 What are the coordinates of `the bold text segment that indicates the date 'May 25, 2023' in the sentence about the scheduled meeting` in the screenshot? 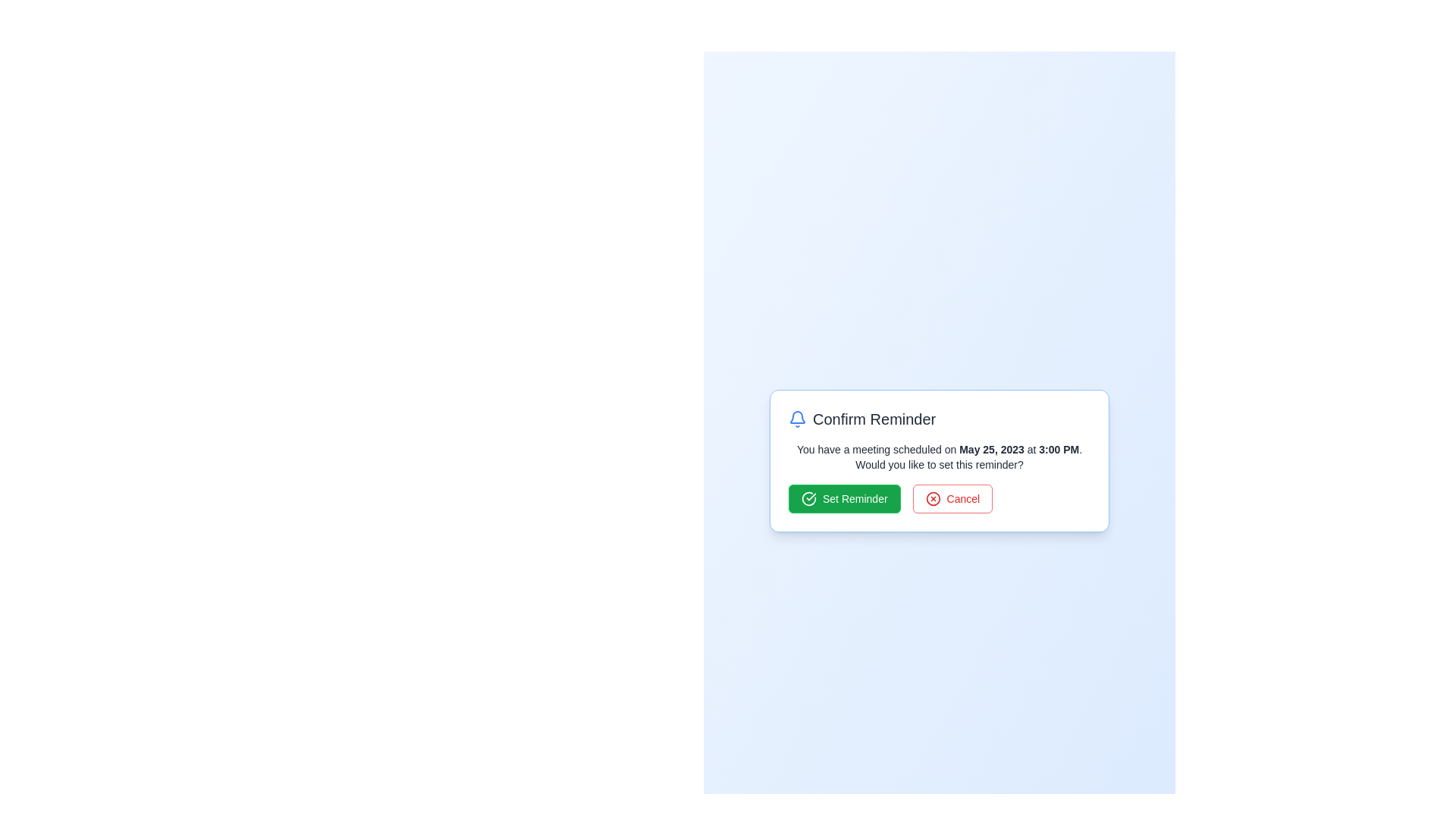 It's located at (992, 449).